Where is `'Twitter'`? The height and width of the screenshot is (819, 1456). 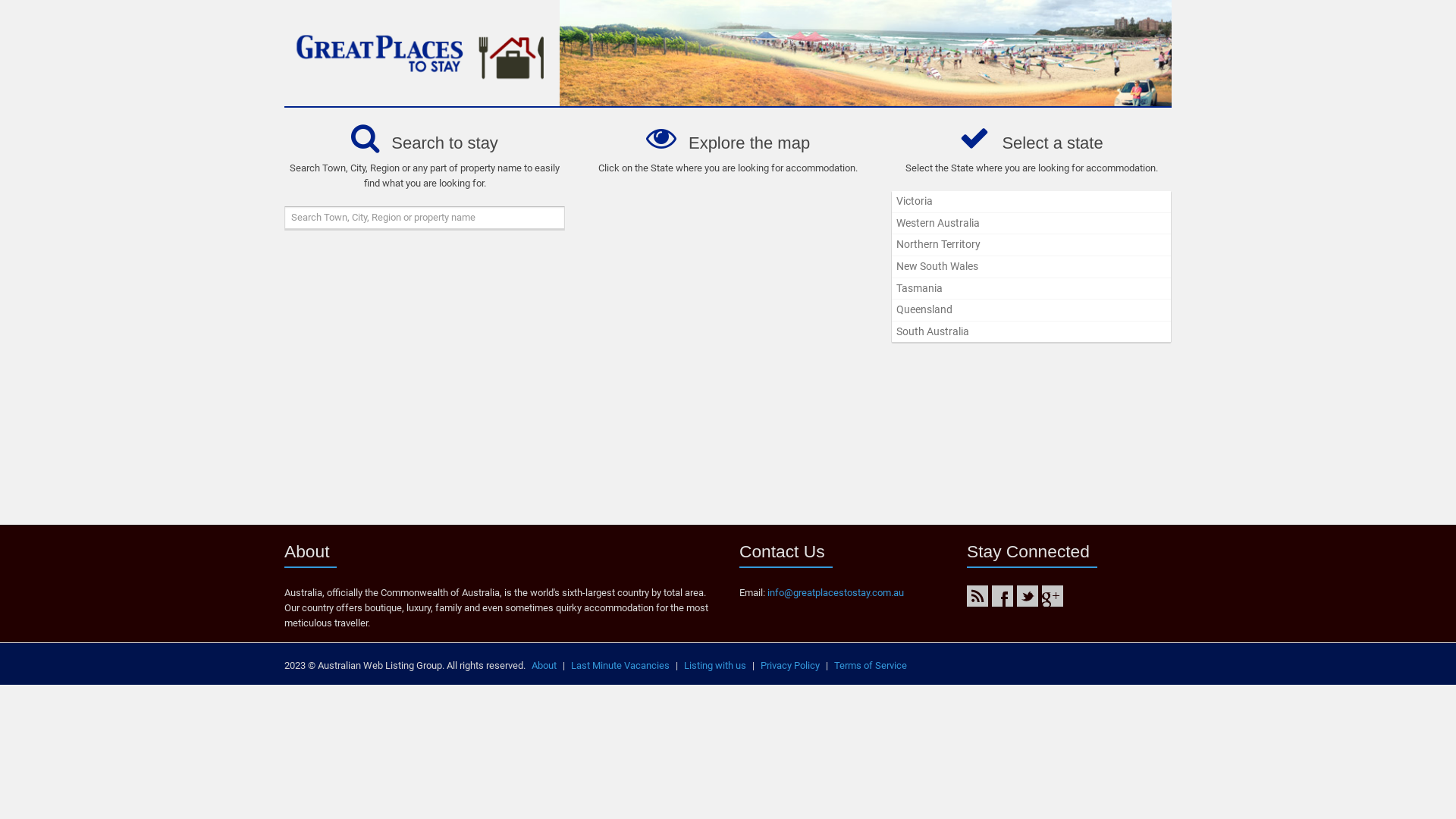 'Twitter' is located at coordinates (1027, 595).